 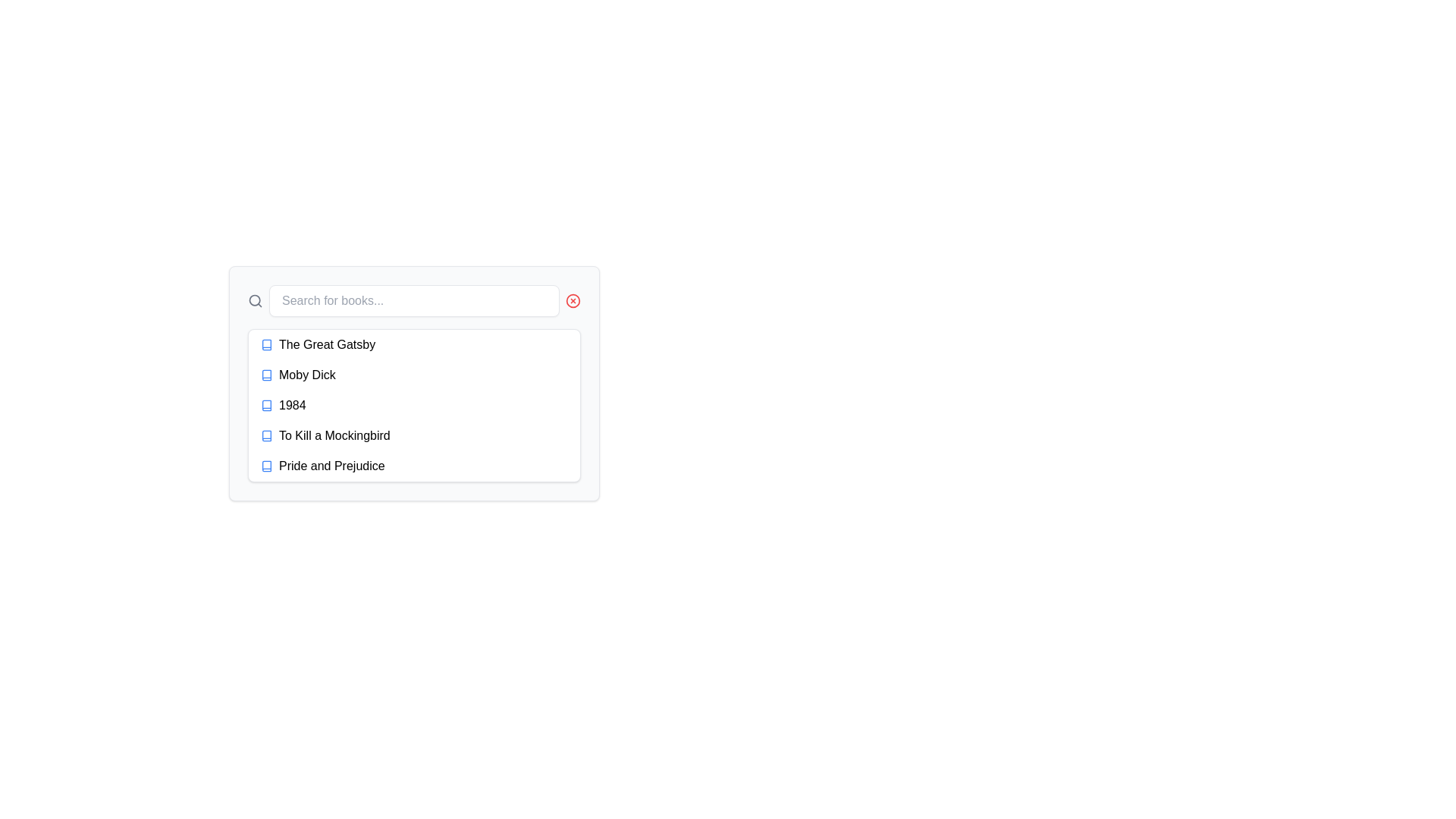 What do you see at coordinates (414, 405) in the screenshot?
I see `the selectable list item for the book titled '1984'` at bounding box center [414, 405].